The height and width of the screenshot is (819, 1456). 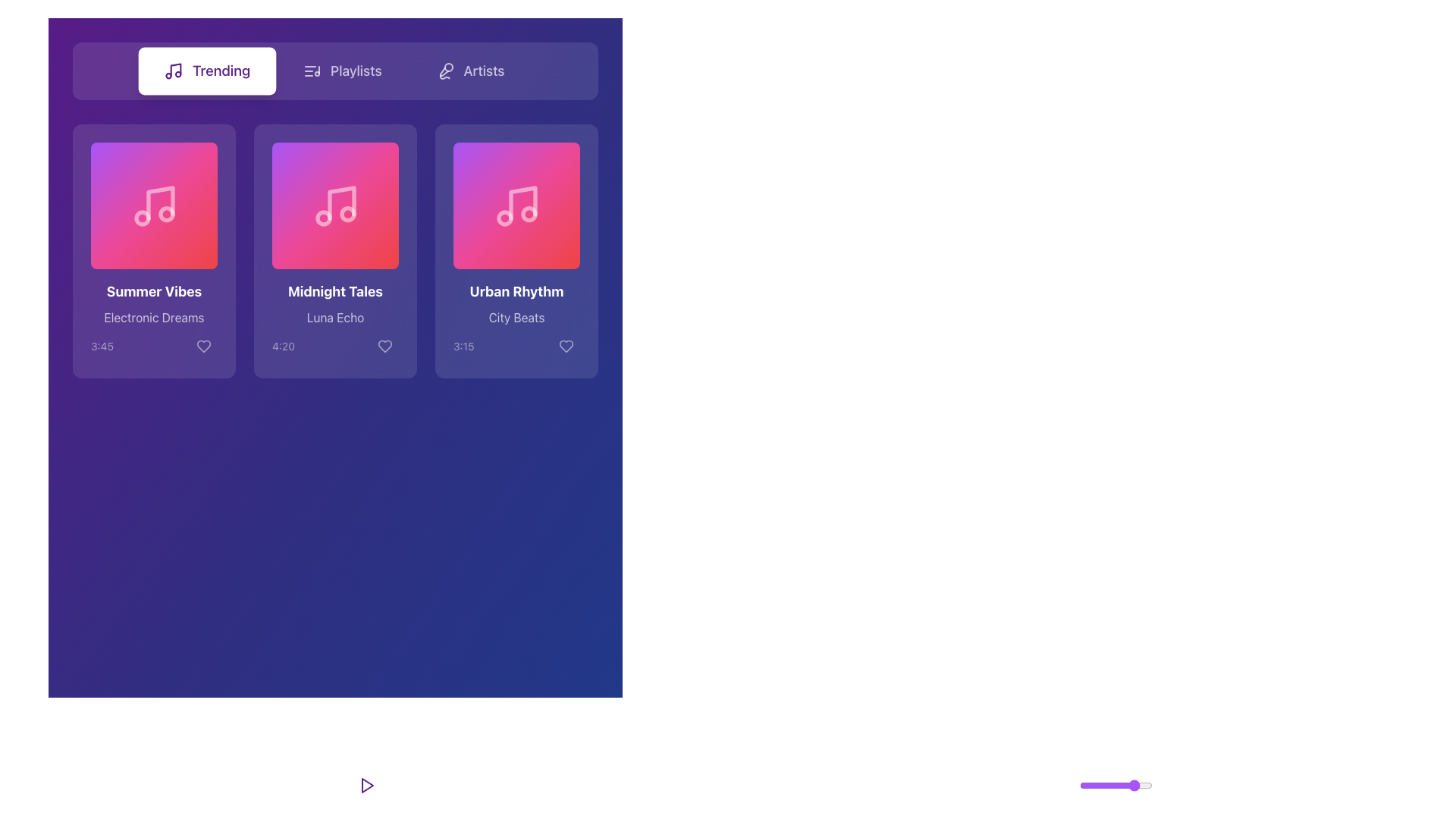 What do you see at coordinates (1080, 785) in the screenshot?
I see `the value of the slider` at bounding box center [1080, 785].